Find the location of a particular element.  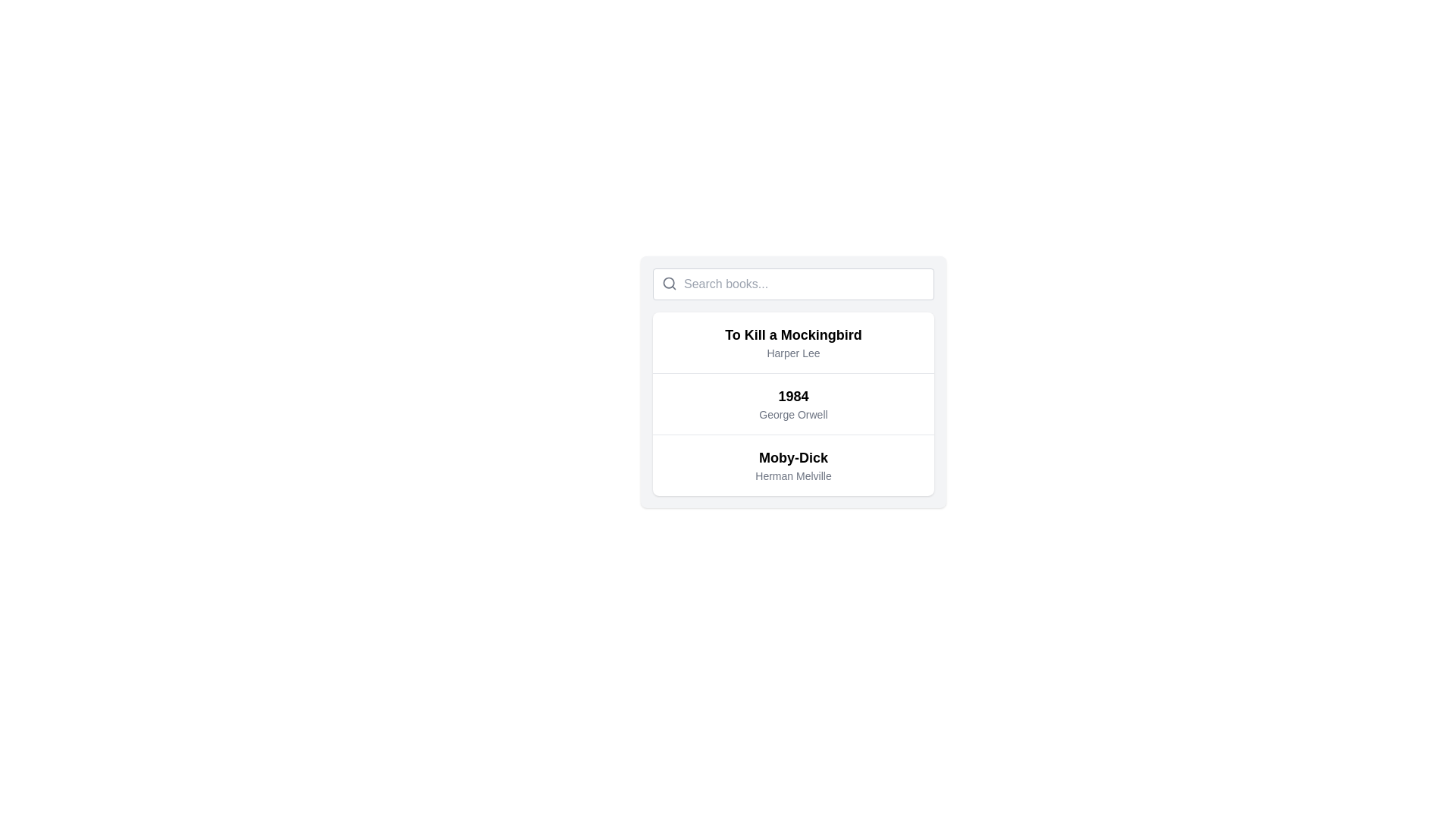

the text label displaying 'George Orwell', which is located below the title '1984' in a clickable card is located at coordinates (792, 415).